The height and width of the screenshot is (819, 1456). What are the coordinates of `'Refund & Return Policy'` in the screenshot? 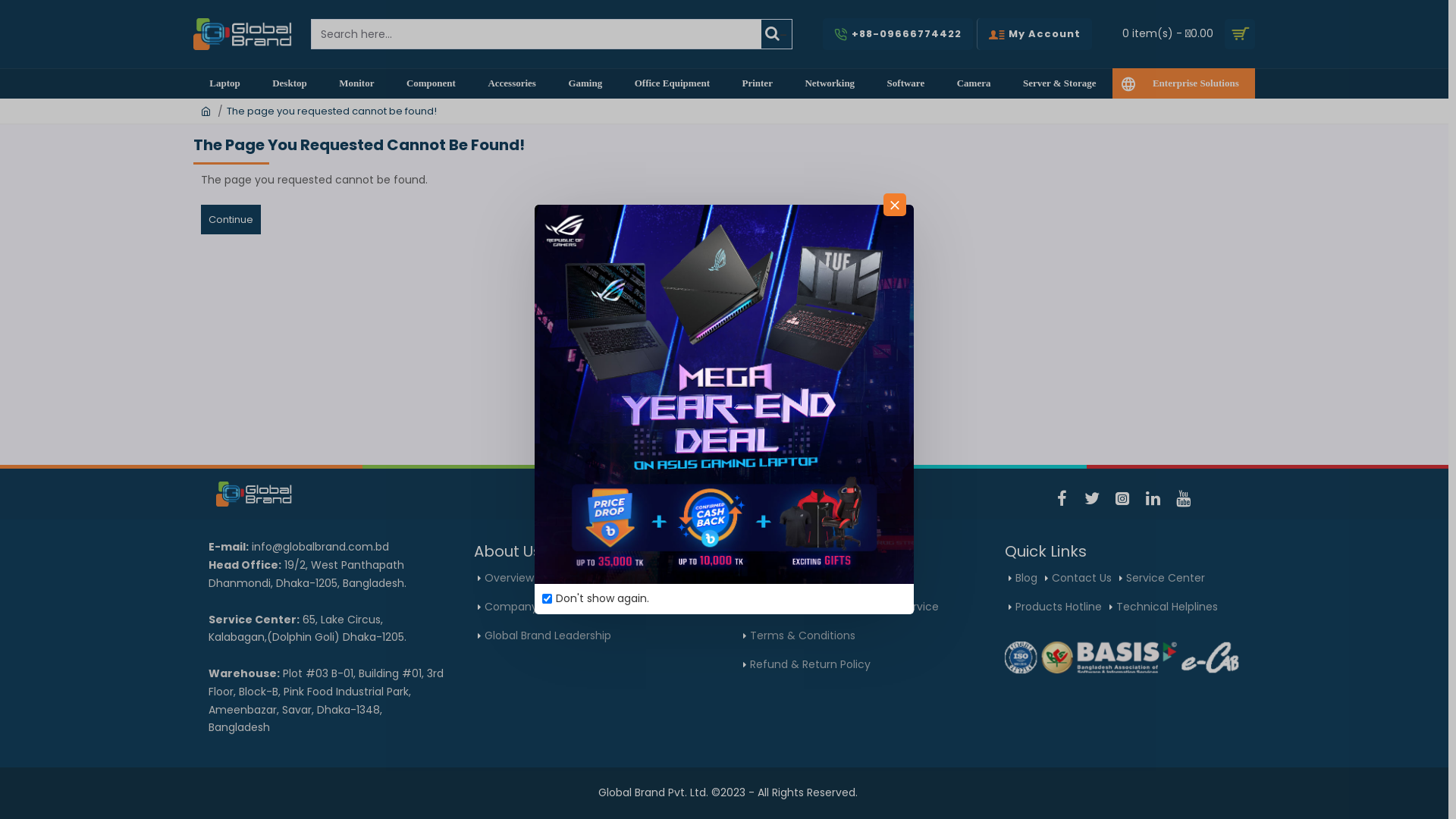 It's located at (806, 664).